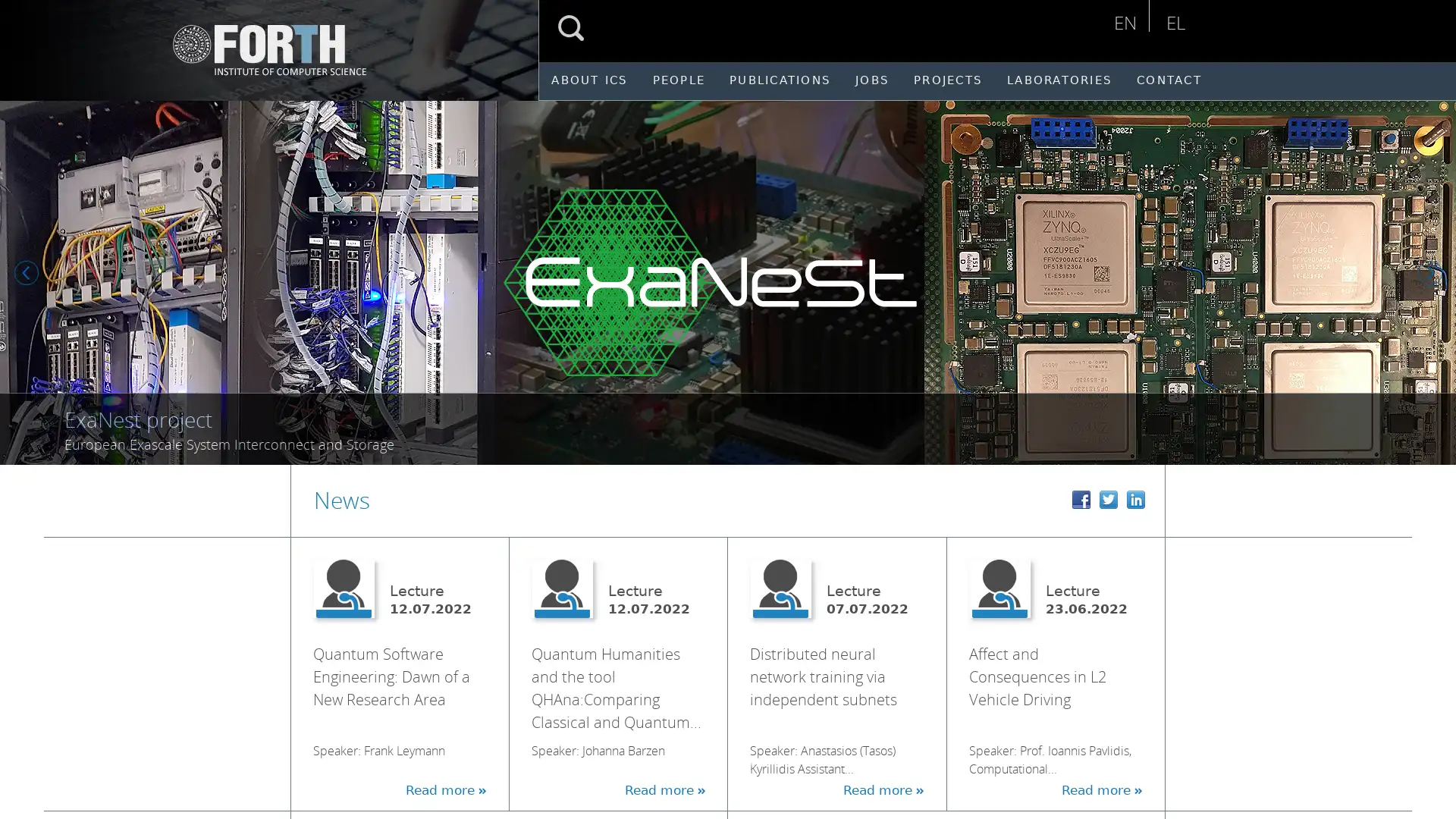 The height and width of the screenshot is (819, 1456). Describe the element at coordinates (1432, 274) in the screenshot. I see `visit next project` at that location.